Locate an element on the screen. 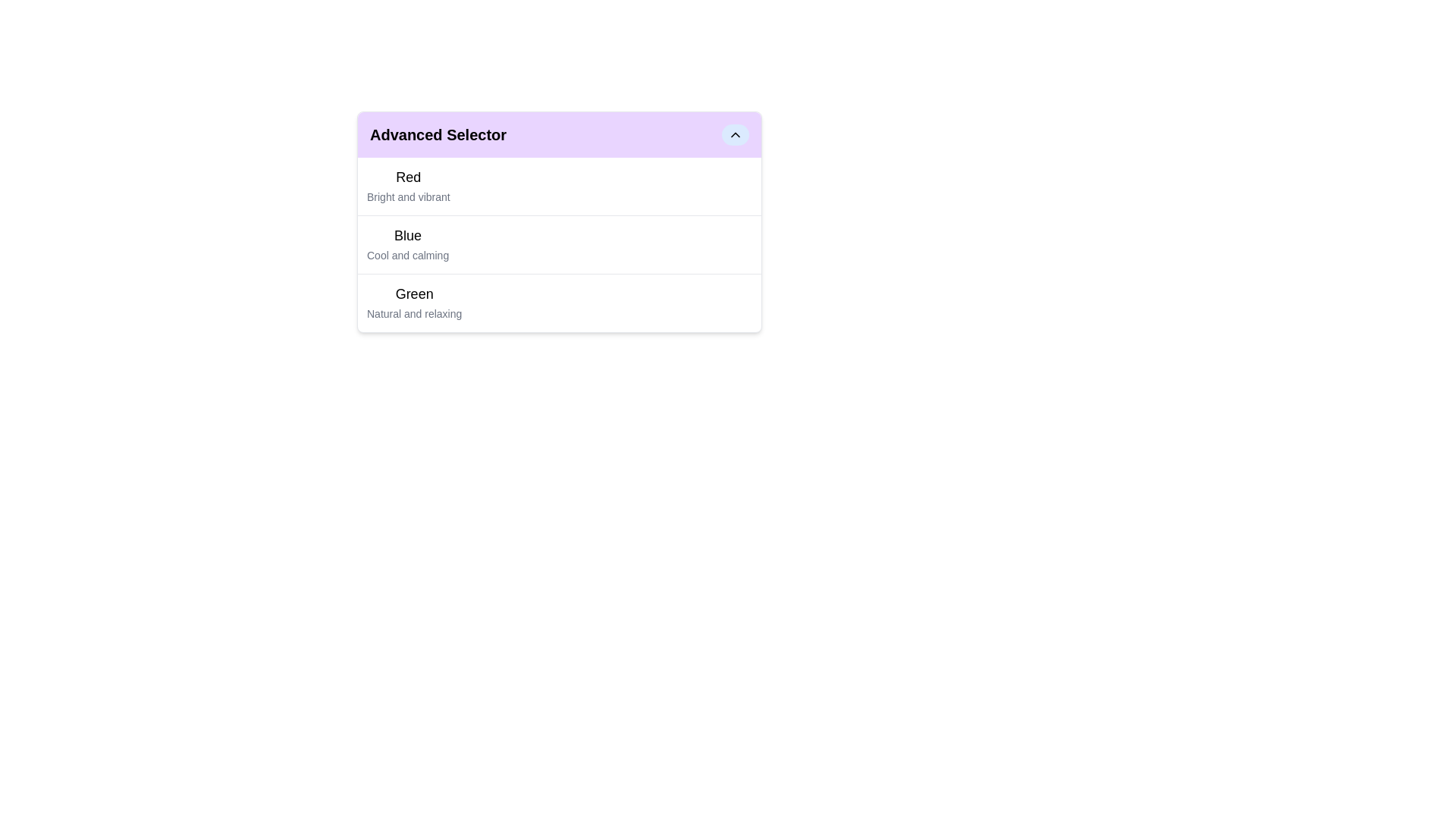  the text block representing the red color option is located at coordinates (408, 186).